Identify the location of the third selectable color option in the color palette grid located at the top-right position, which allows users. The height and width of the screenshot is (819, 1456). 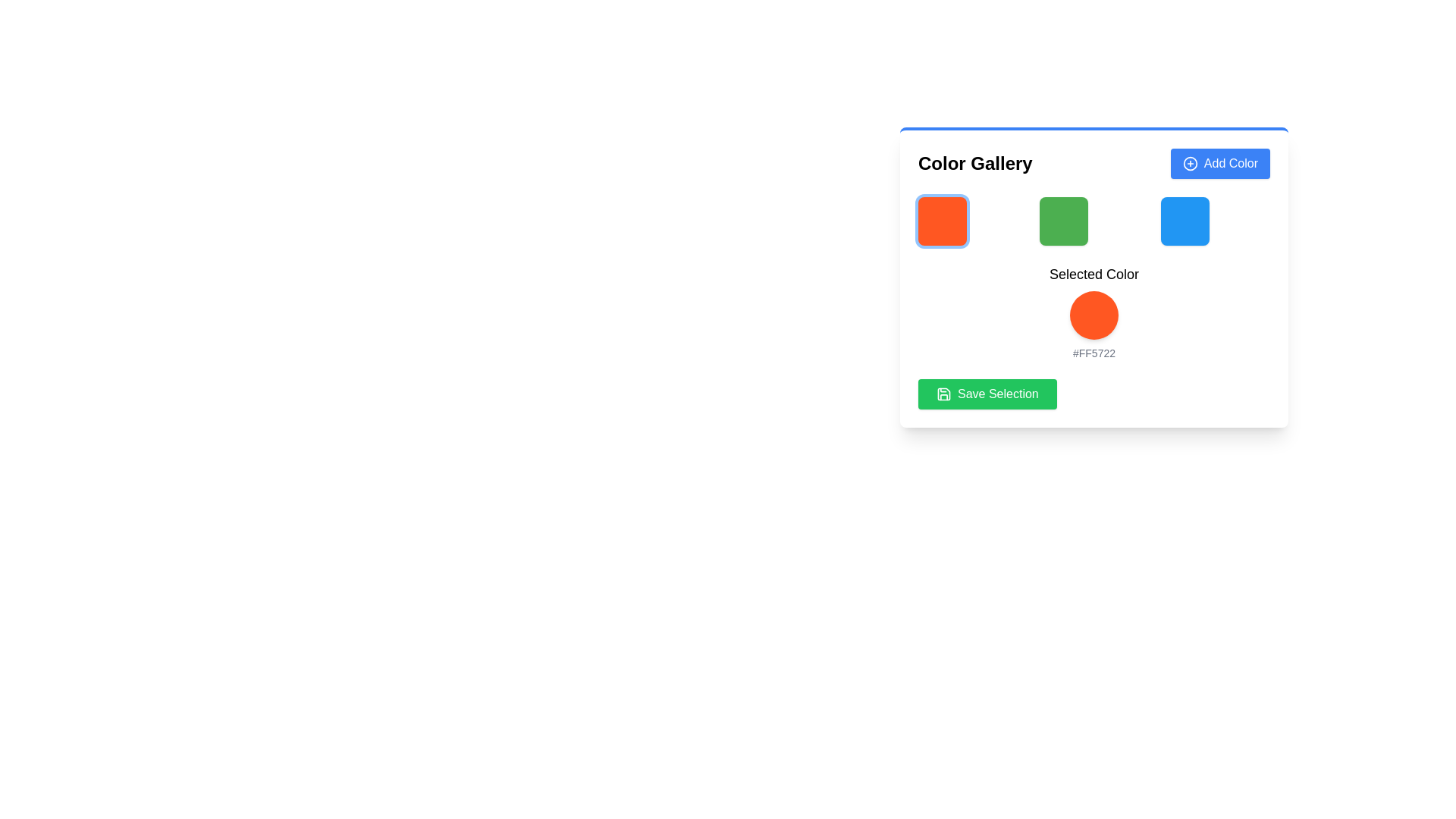
(1185, 221).